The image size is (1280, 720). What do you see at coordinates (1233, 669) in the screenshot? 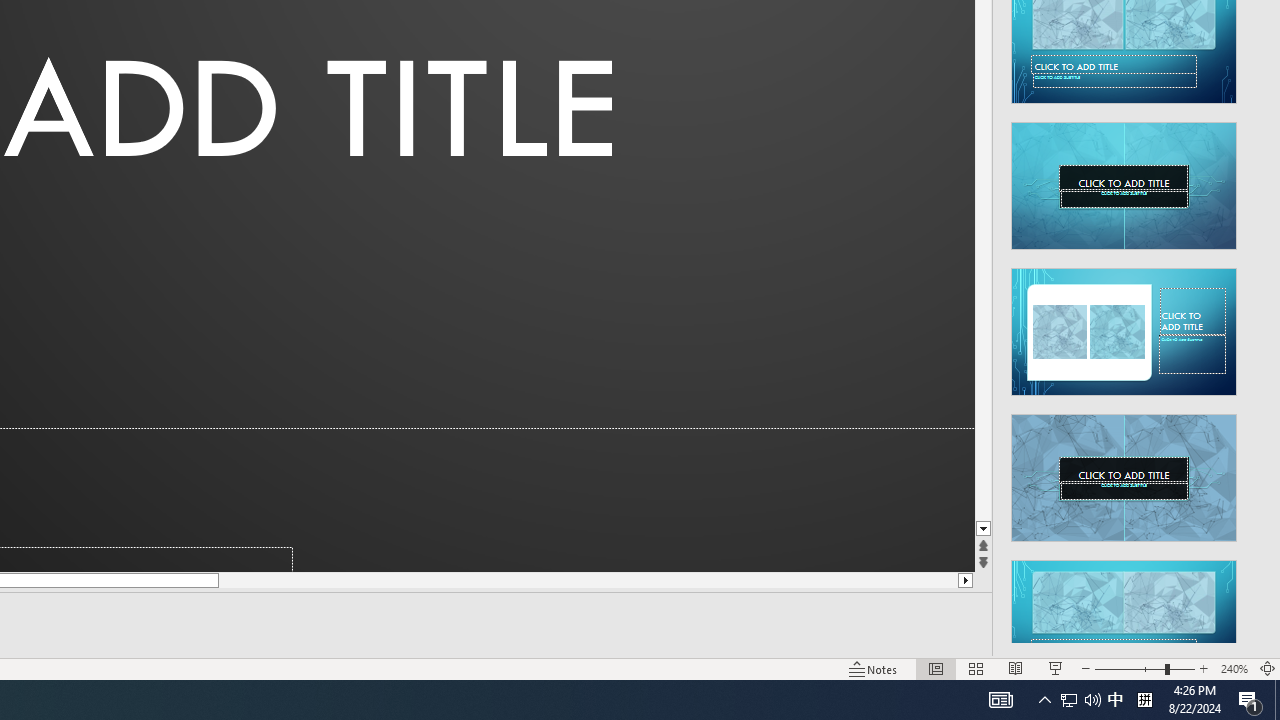
I see `'Zoom 240%'` at bounding box center [1233, 669].